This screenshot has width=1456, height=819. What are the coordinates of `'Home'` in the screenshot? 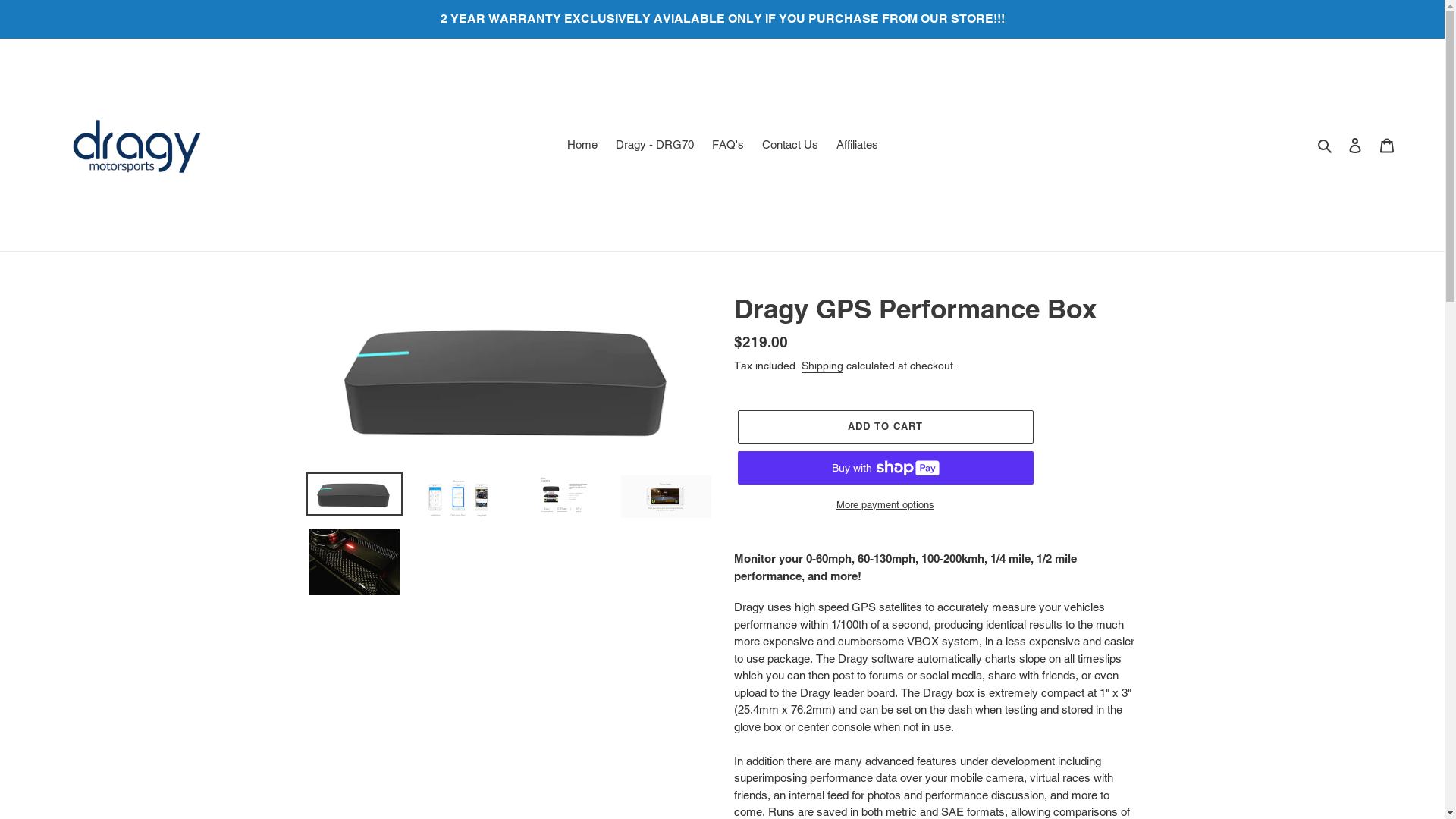 It's located at (582, 145).